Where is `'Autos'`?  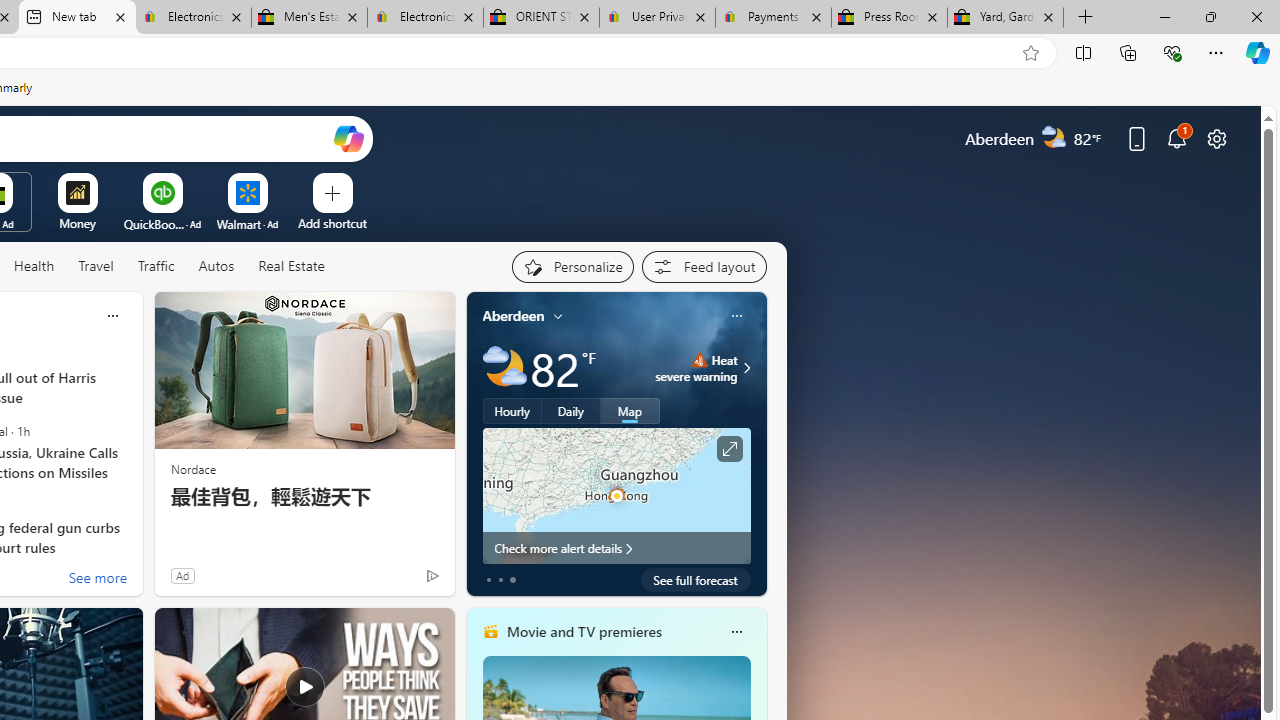 'Autos' is located at coordinates (216, 265).